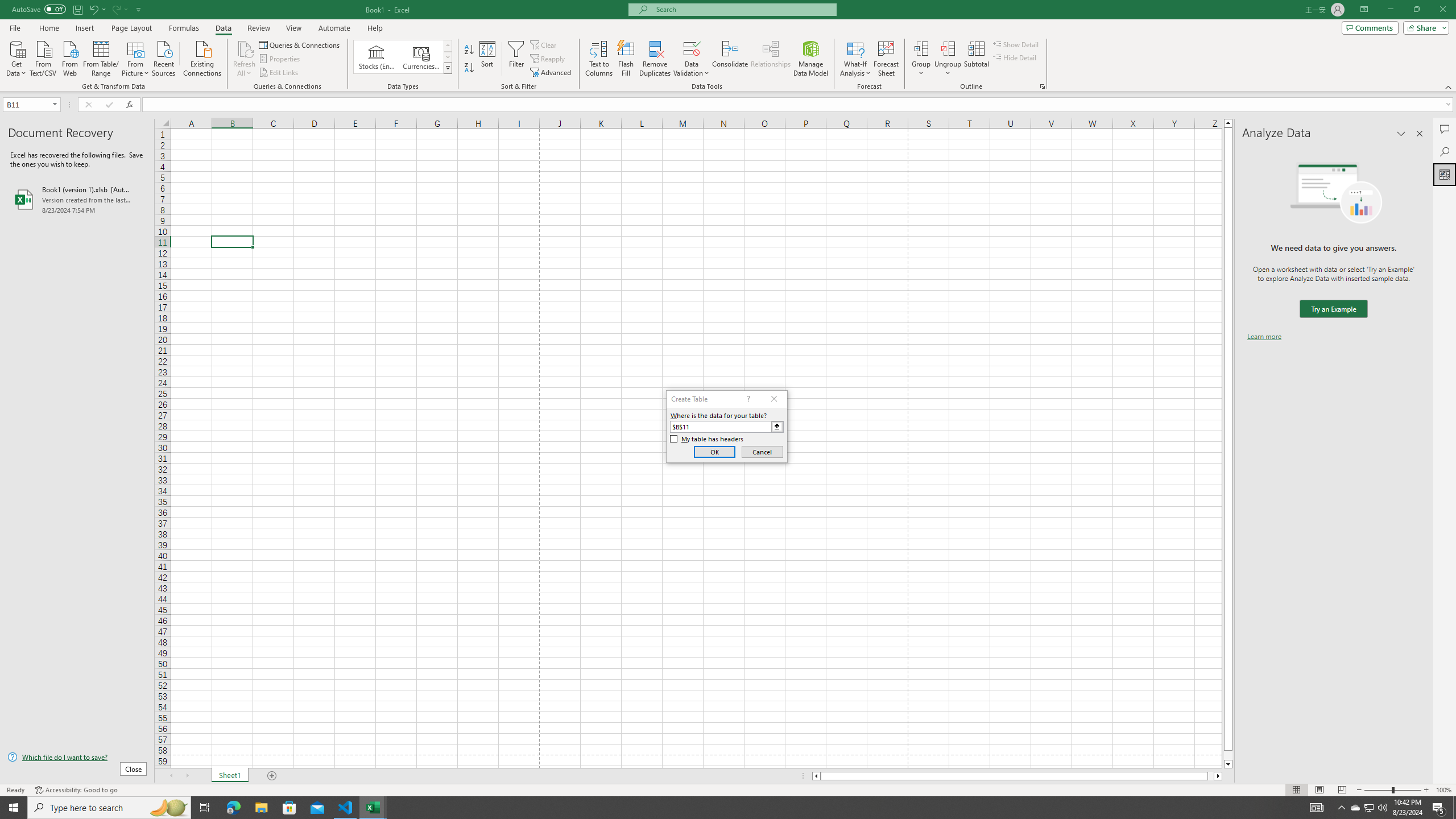  I want to click on 'Reapply', so click(549, 59).